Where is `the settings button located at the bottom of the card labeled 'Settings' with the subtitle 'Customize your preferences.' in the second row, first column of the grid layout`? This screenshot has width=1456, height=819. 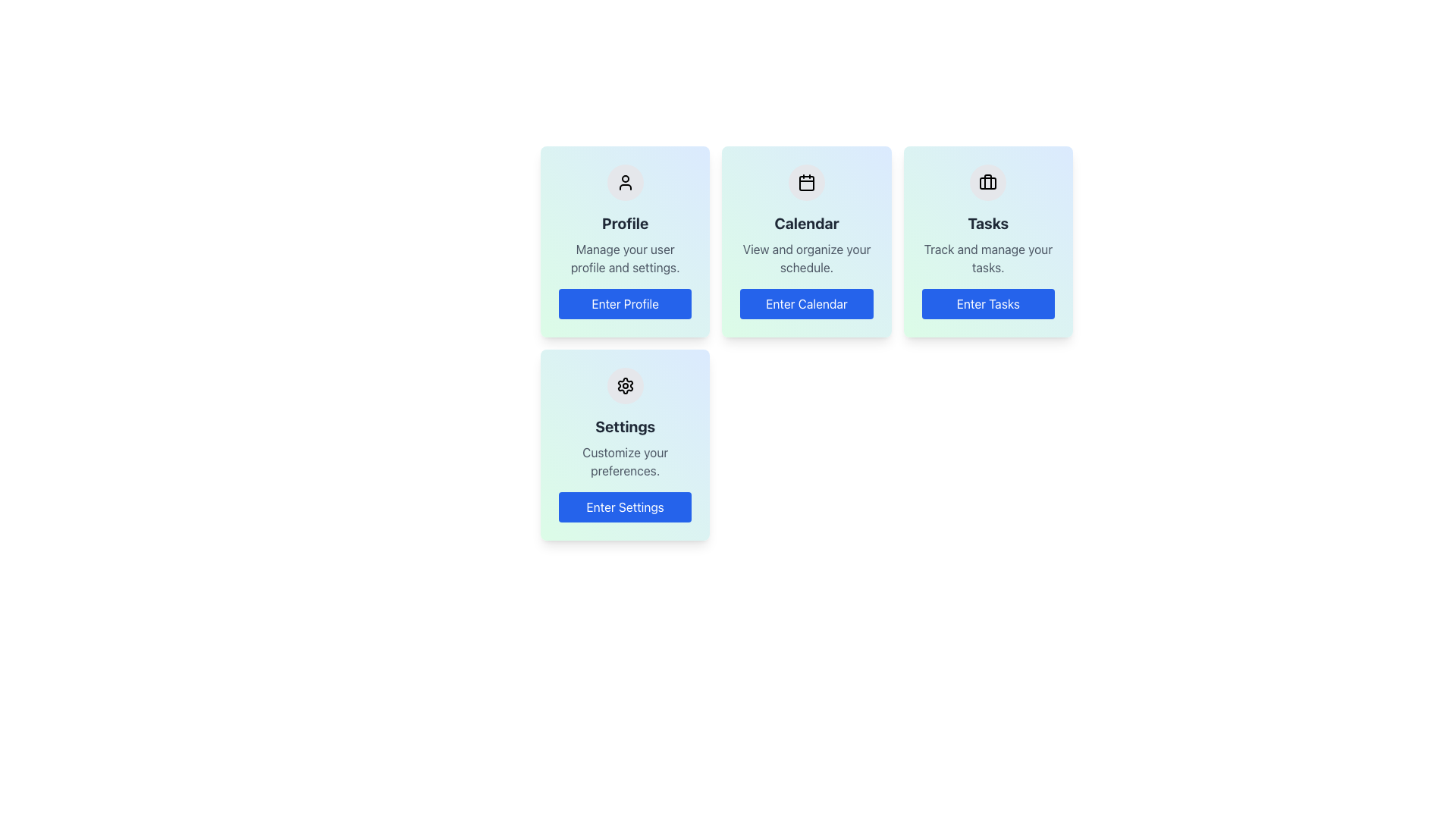 the settings button located at the bottom of the card labeled 'Settings' with the subtitle 'Customize your preferences.' in the second row, first column of the grid layout is located at coordinates (625, 507).